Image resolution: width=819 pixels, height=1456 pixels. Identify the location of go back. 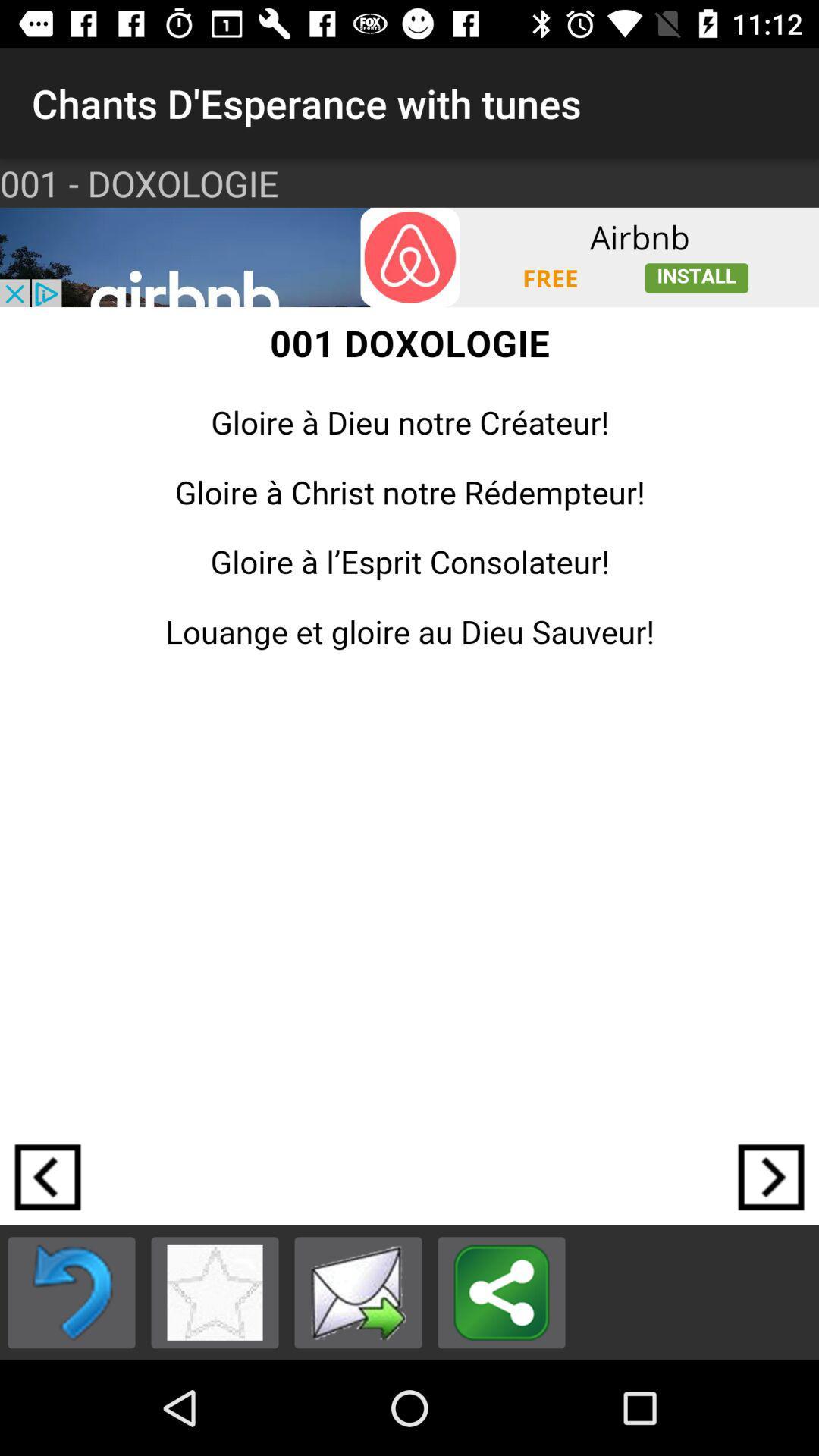
(71, 1291).